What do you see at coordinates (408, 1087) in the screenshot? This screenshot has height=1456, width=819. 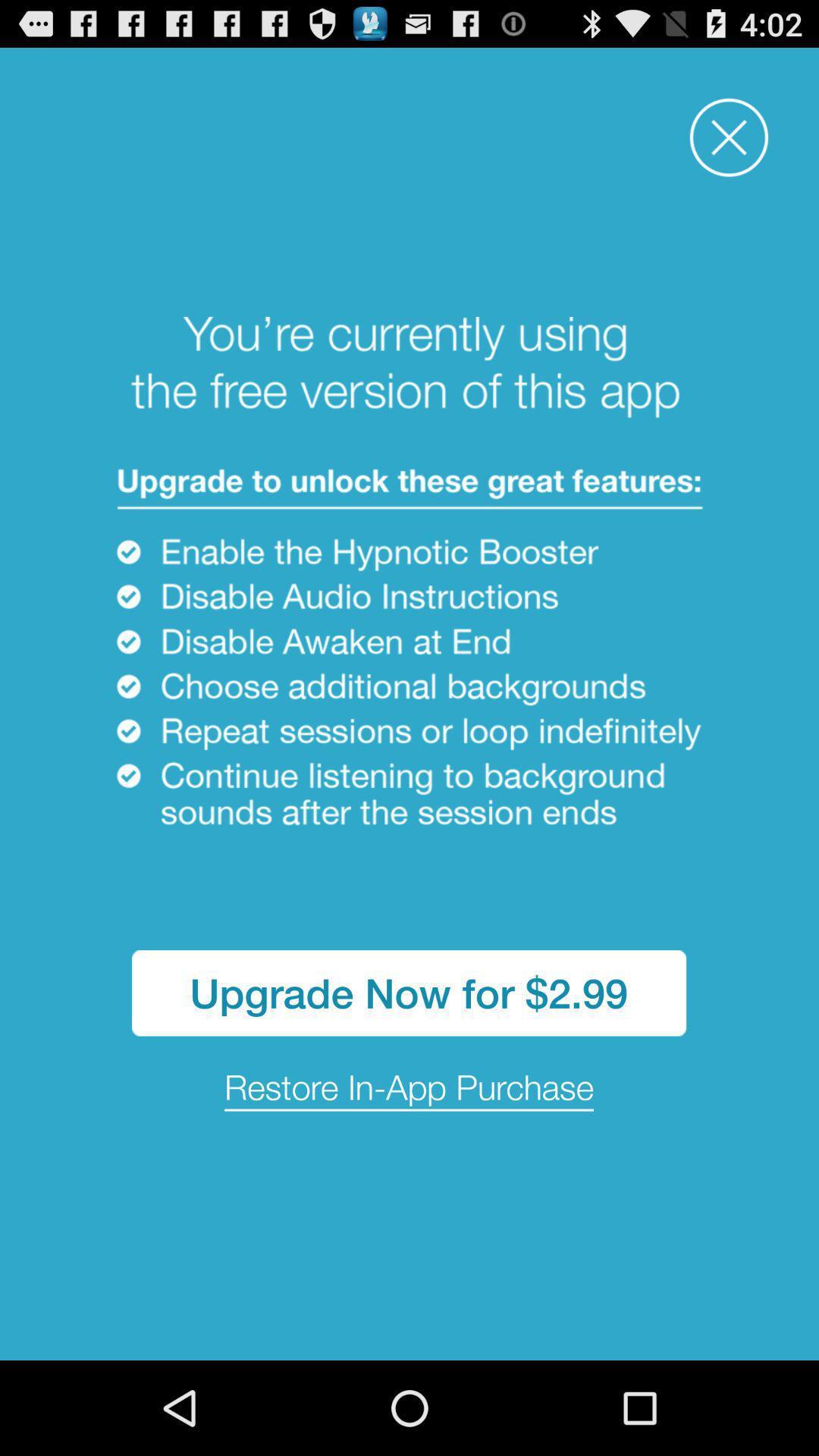 I see `restore in app icon` at bounding box center [408, 1087].